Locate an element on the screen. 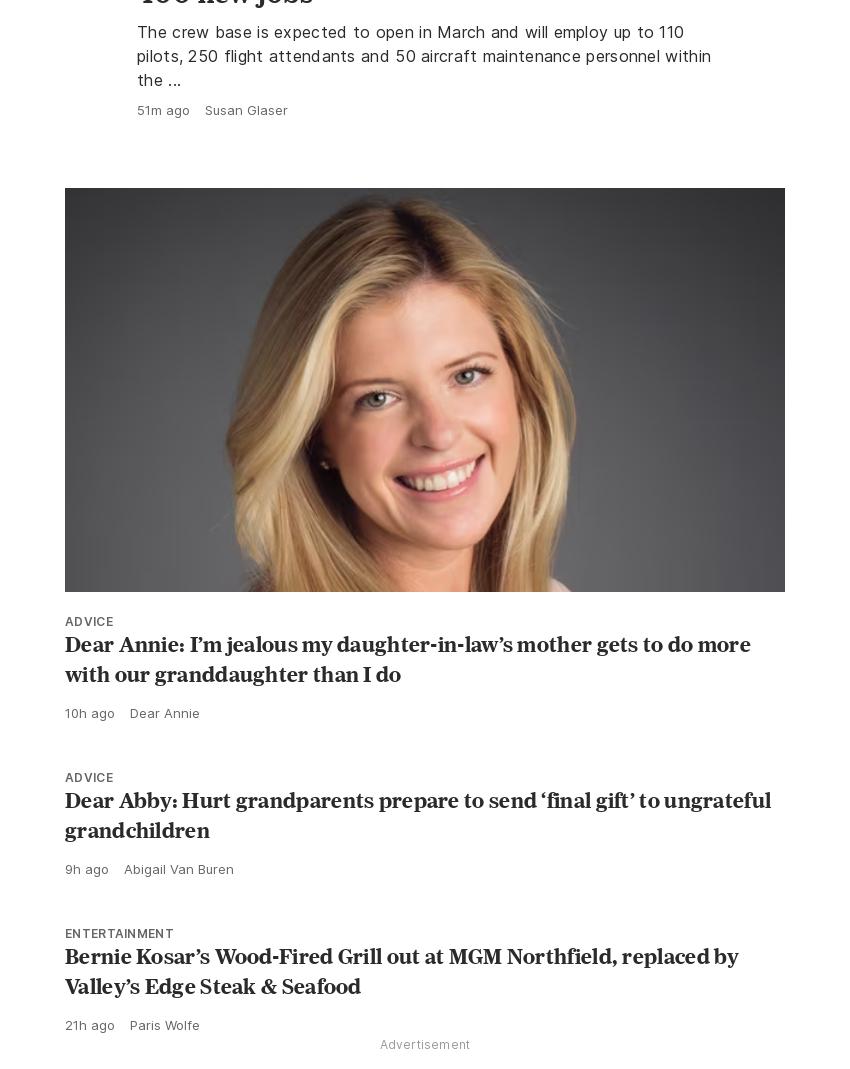 Image resolution: width=850 pixels, height=1069 pixels. 'Dear Abby: Hurt grandparents prepare to send ‘final gift’ to ungrateful grandchildren' is located at coordinates (418, 858).